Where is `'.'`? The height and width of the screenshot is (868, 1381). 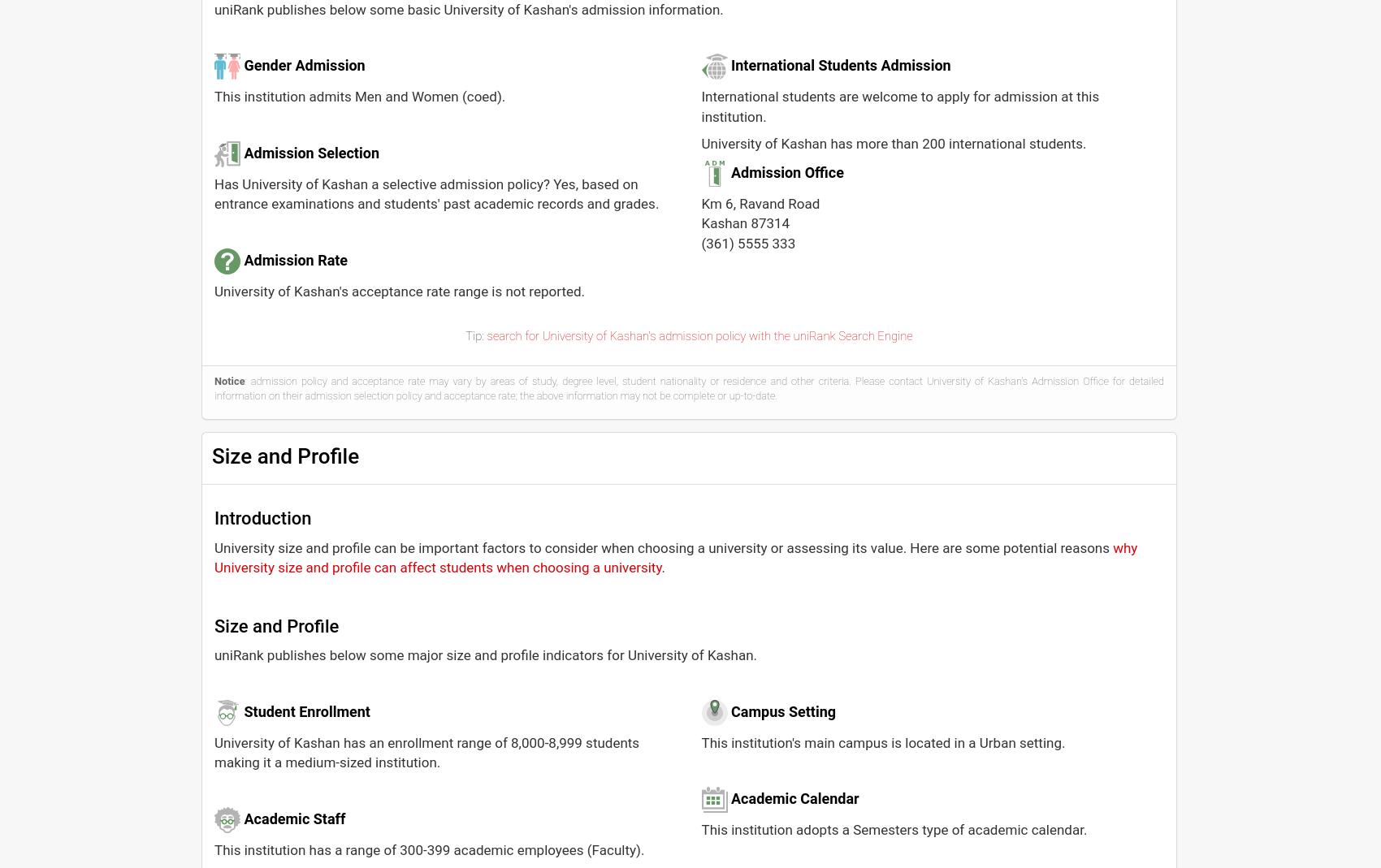
'.' is located at coordinates (662, 567).